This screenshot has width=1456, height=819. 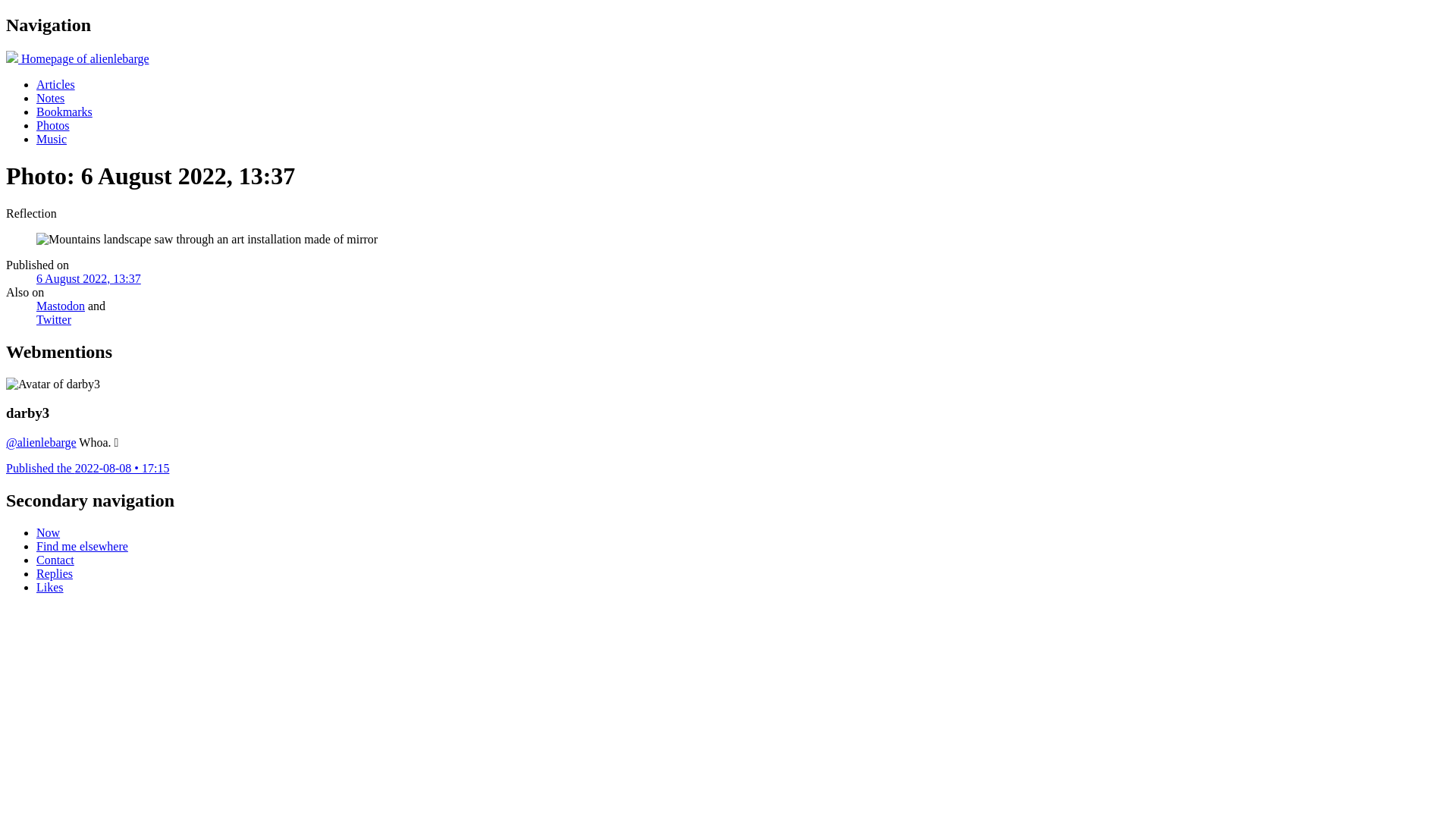 What do you see at coordinates (36, 111) in the screenshot?
I see `'Bookmarks'` at bounding box center [36, 111].